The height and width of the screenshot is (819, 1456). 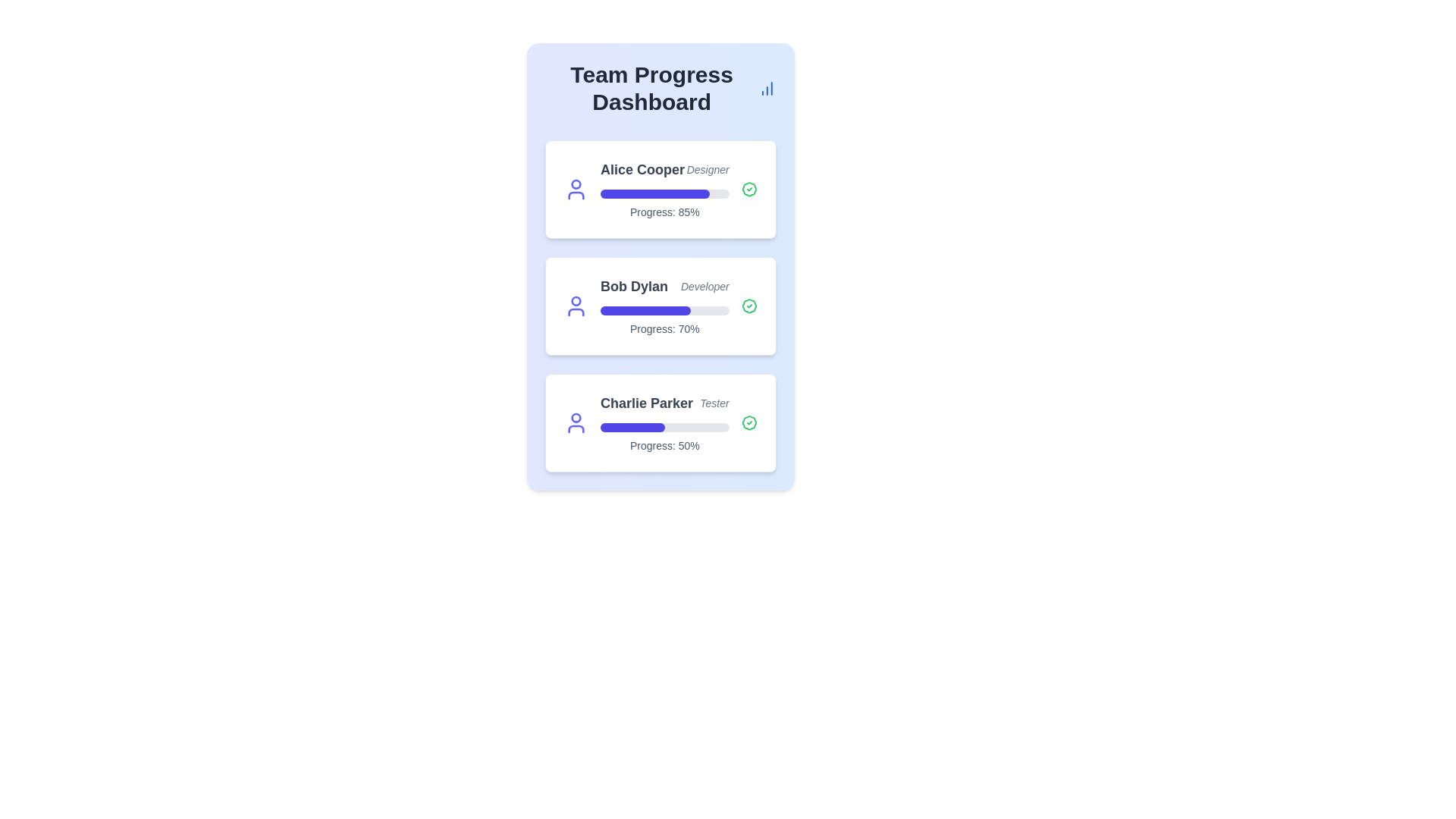 What do you see at coordinates (661, 423) in the screenshot?
I see `the user-specific data card for Charlie Parker, which is the third card in a vertical list within the dashboard` at bounding box center [661, 423].